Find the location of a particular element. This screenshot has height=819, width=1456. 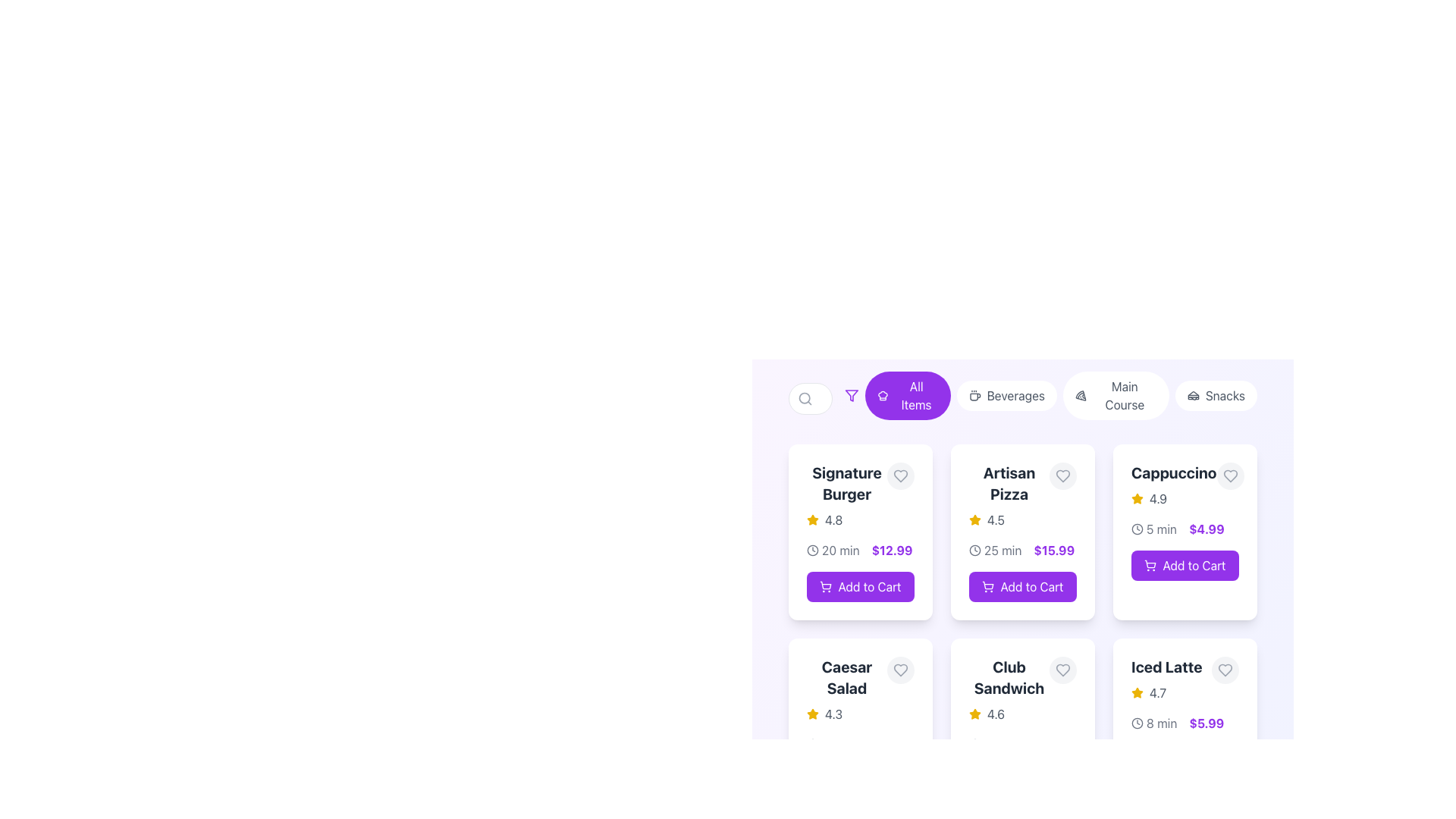

the 'Club Sandwich' text element that displays the name and rating of '4.6', positioned at the top center of its card in the second row of the grid is located at coordinates (1022, 690).